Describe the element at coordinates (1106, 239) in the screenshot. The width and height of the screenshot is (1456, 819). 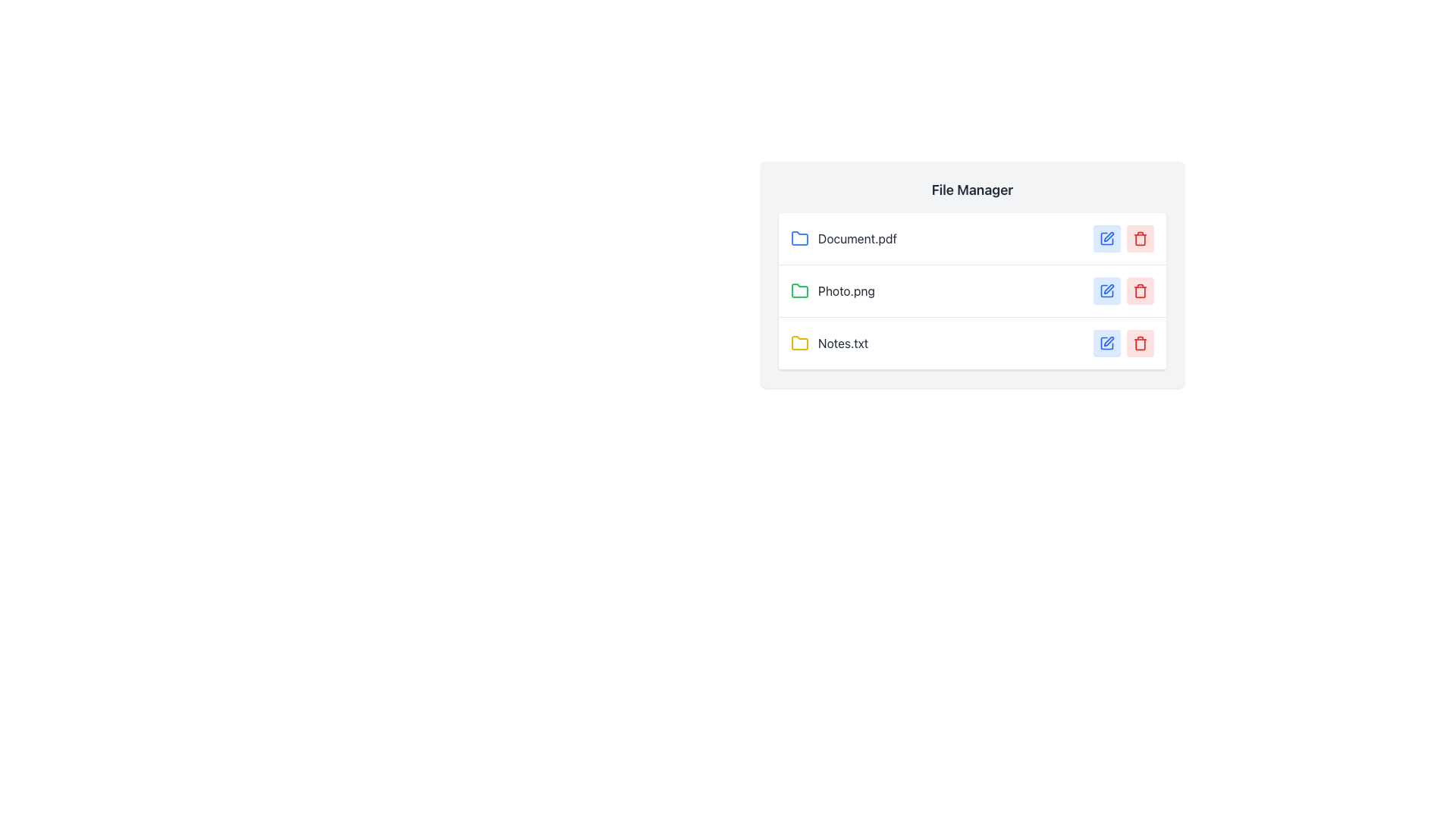
I see `the edit icon button located to the right of the 'Document.pdf' row in the file manager interface` at that location.